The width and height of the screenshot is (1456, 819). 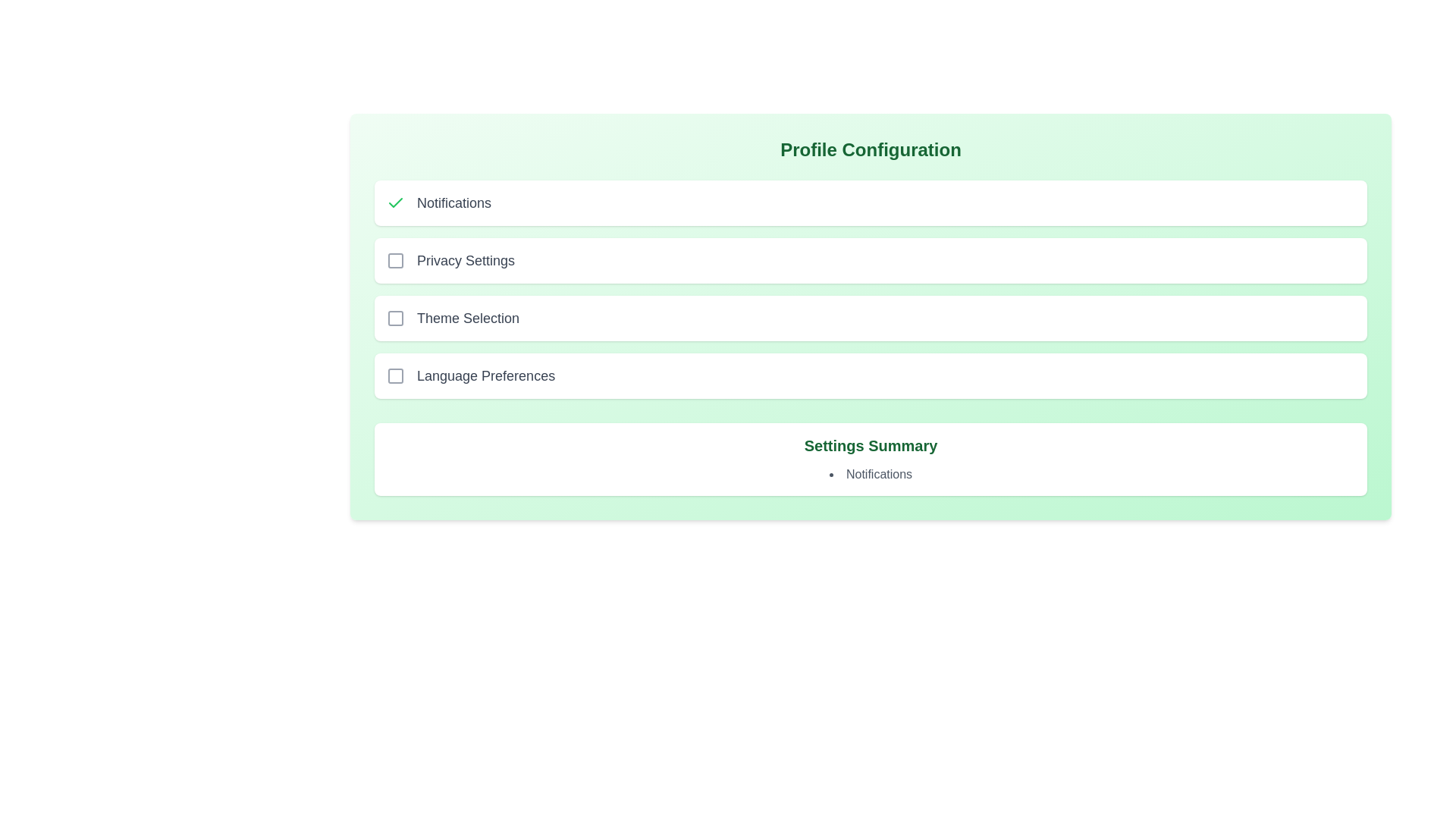 What do you see at coordinates (871, 473) in the screenshot?
I see `the list item styled with a bullet point and the text 'Notifications' located in the 'Settings Summary' section` at bounding box center [871, 473].